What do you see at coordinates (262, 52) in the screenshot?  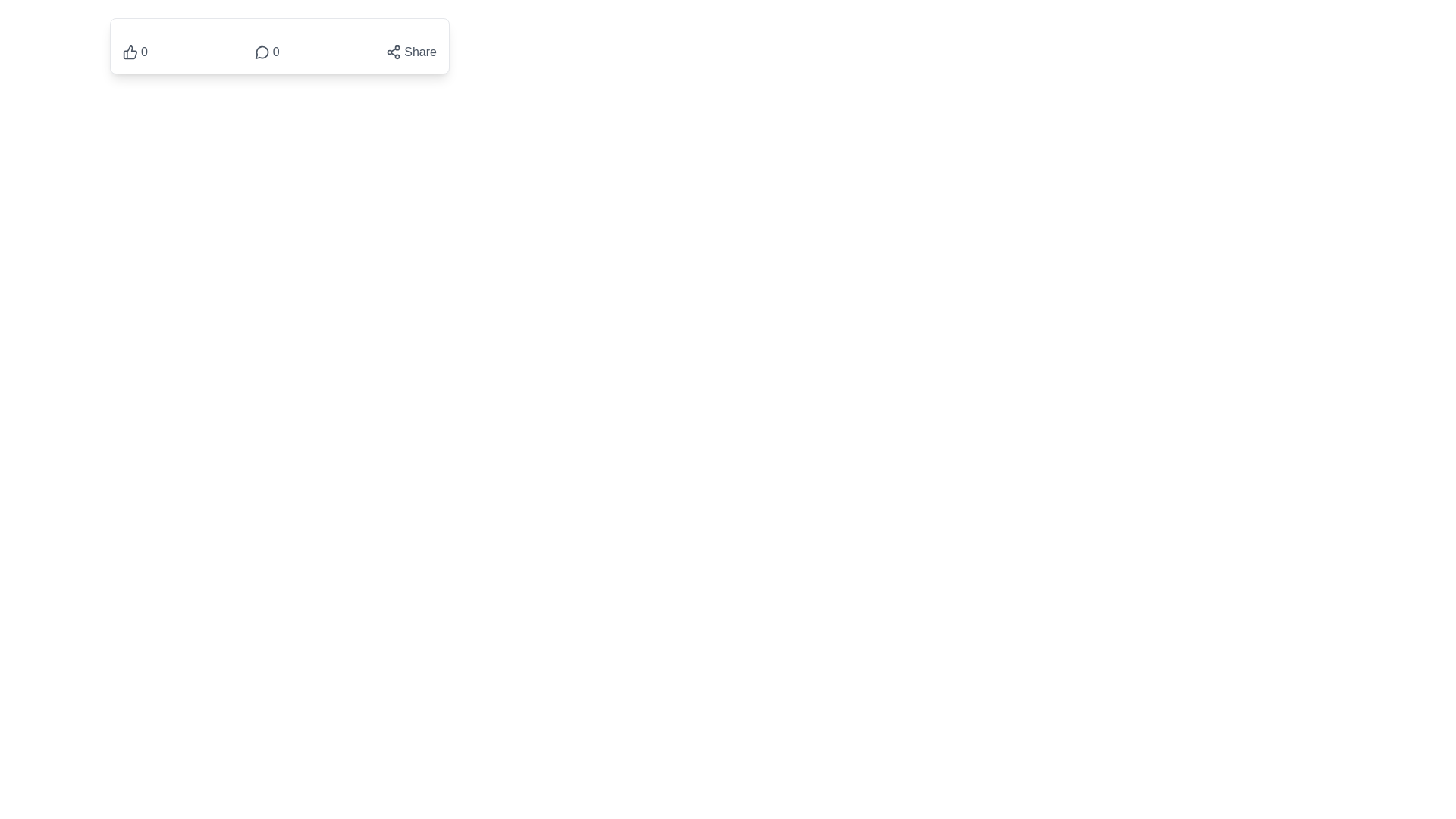 I see `the circular speech bubble icon with a tail, located to the right of the thumbs-up icon and counter` at bounding box center [262, 52].